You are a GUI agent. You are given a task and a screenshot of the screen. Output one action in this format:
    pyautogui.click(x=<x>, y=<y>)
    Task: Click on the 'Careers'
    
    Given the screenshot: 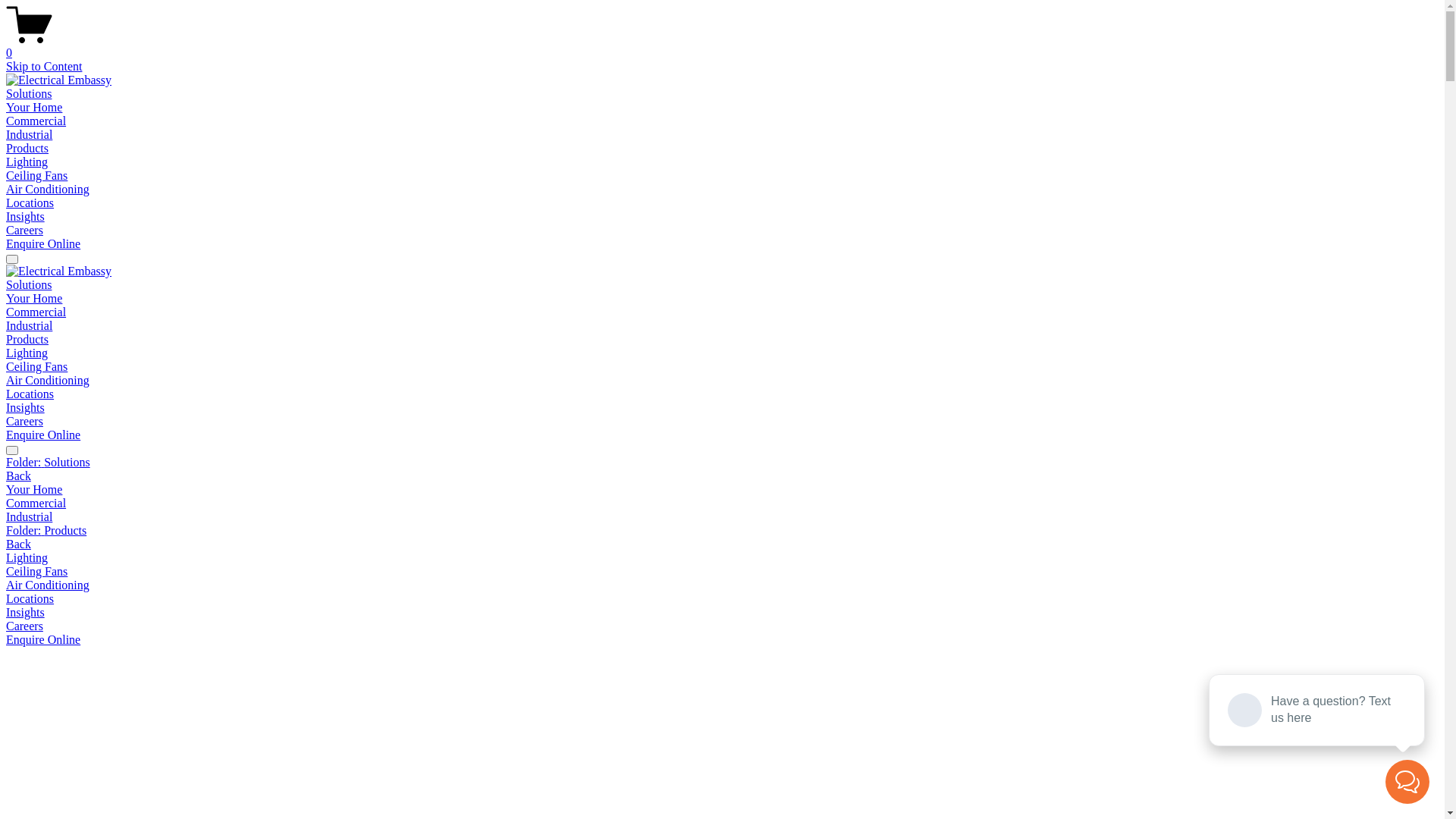 What is the action you would take?
    pyautogui.click(x=24, y=626)
    